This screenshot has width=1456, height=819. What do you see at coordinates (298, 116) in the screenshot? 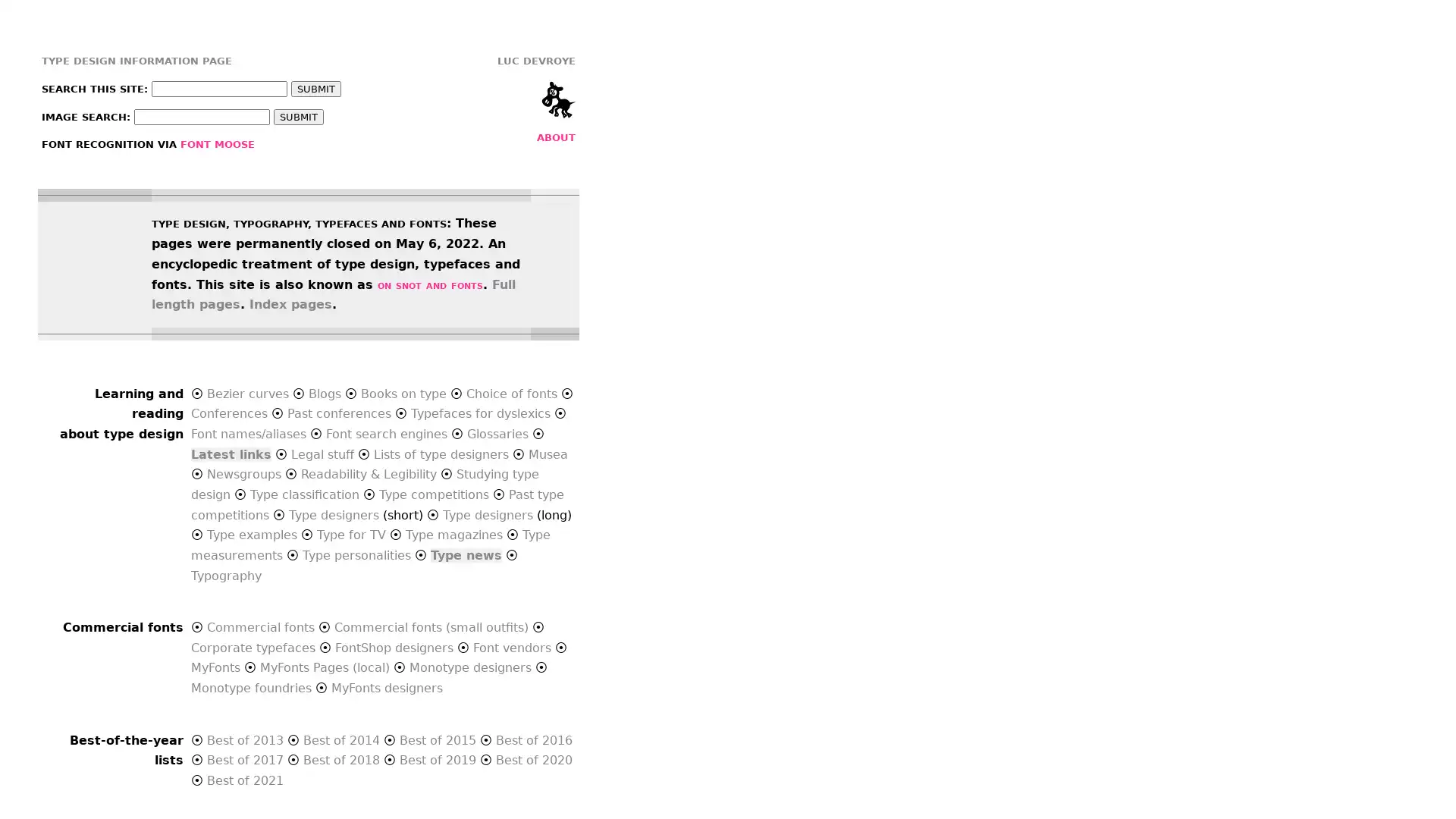
I see `SUBMIT` at bounding box center [298, 116].